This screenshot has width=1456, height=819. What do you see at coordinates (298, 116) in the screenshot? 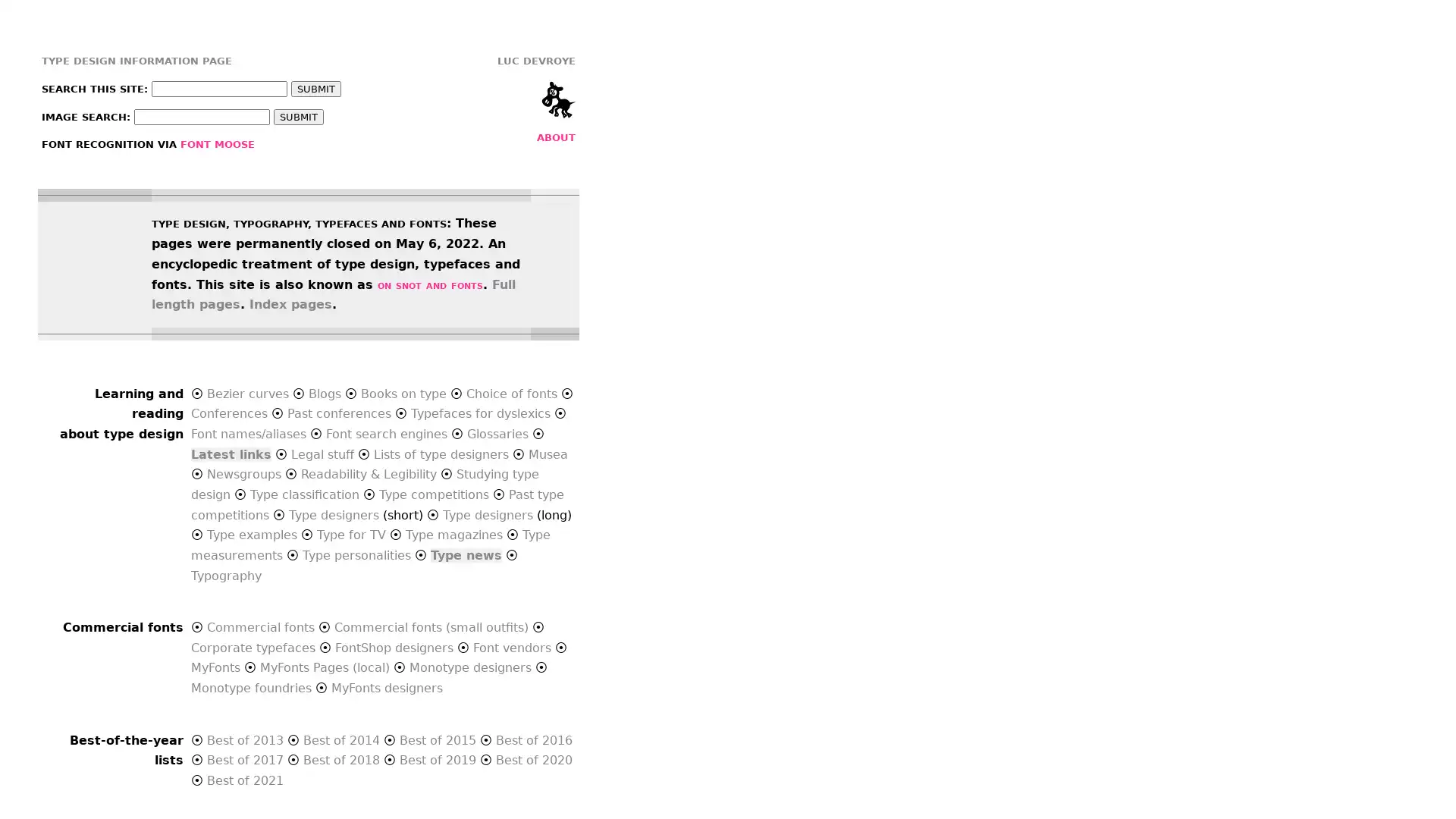
I see `SUBMIT` at bounding box center [298, 116].